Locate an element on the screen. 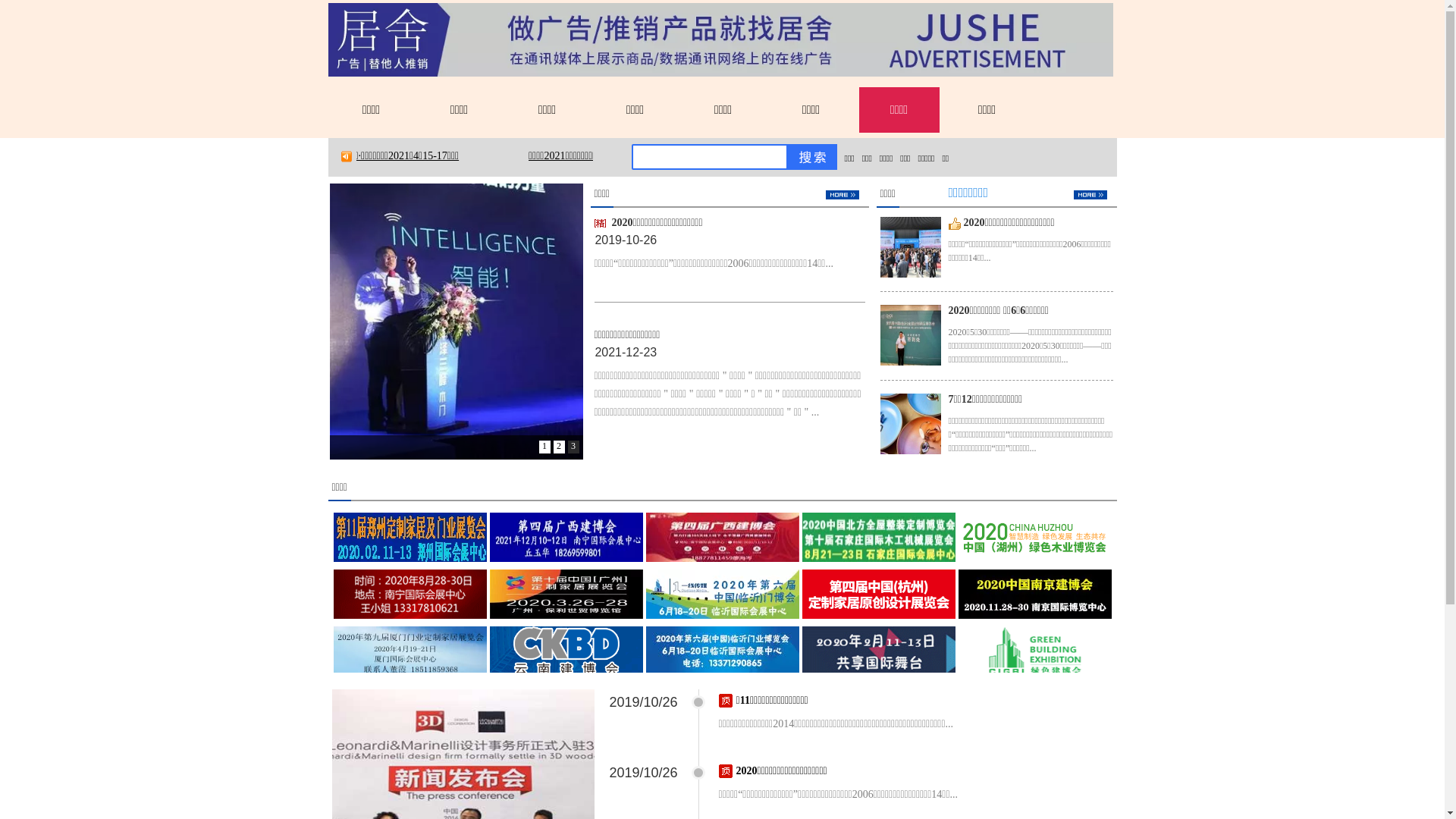 The image size is (1456, 819). '3' is located at coordinates (572, 446).